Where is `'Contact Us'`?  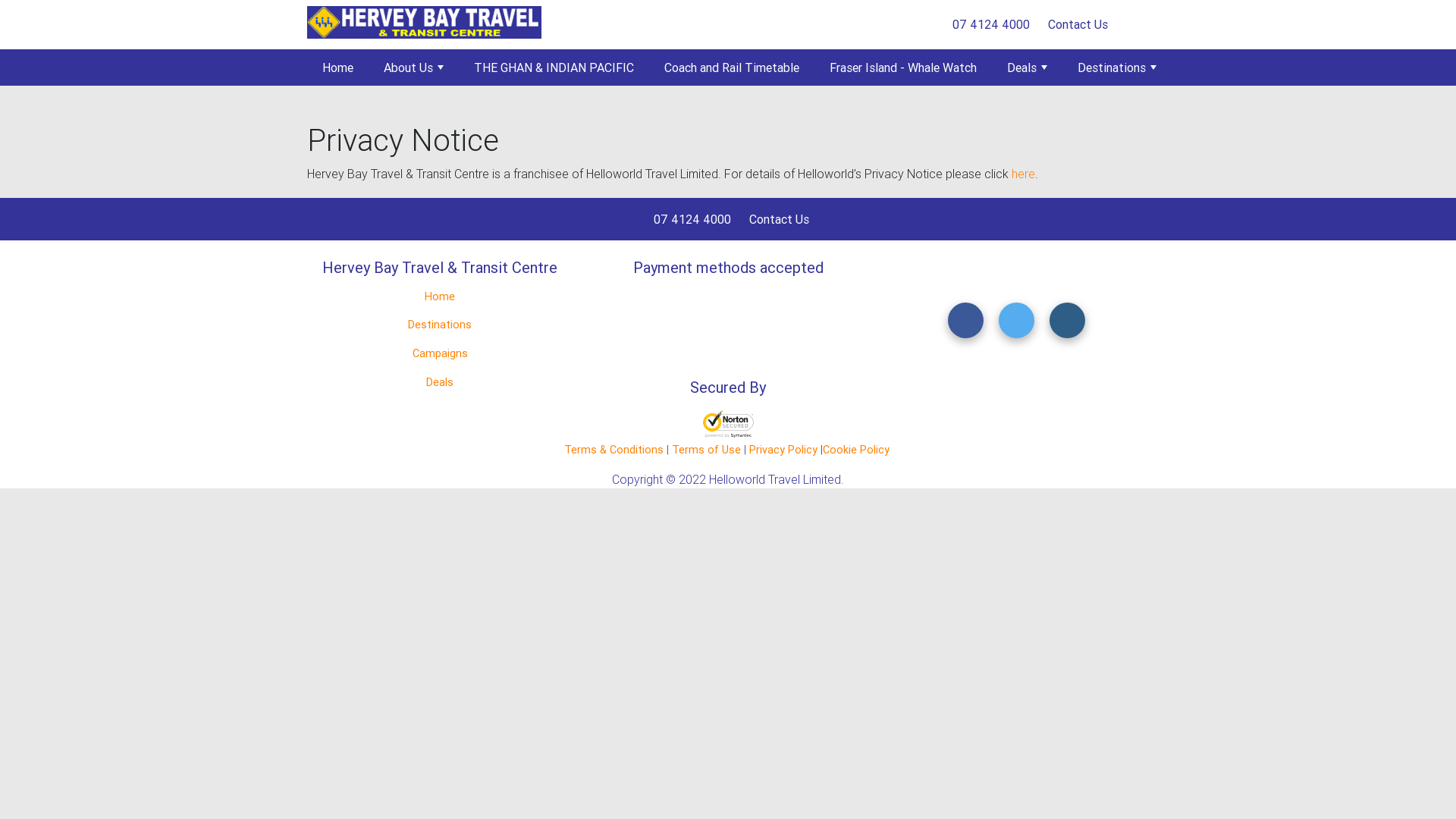
'Contact Us' is located at coordinates (1035, 24).